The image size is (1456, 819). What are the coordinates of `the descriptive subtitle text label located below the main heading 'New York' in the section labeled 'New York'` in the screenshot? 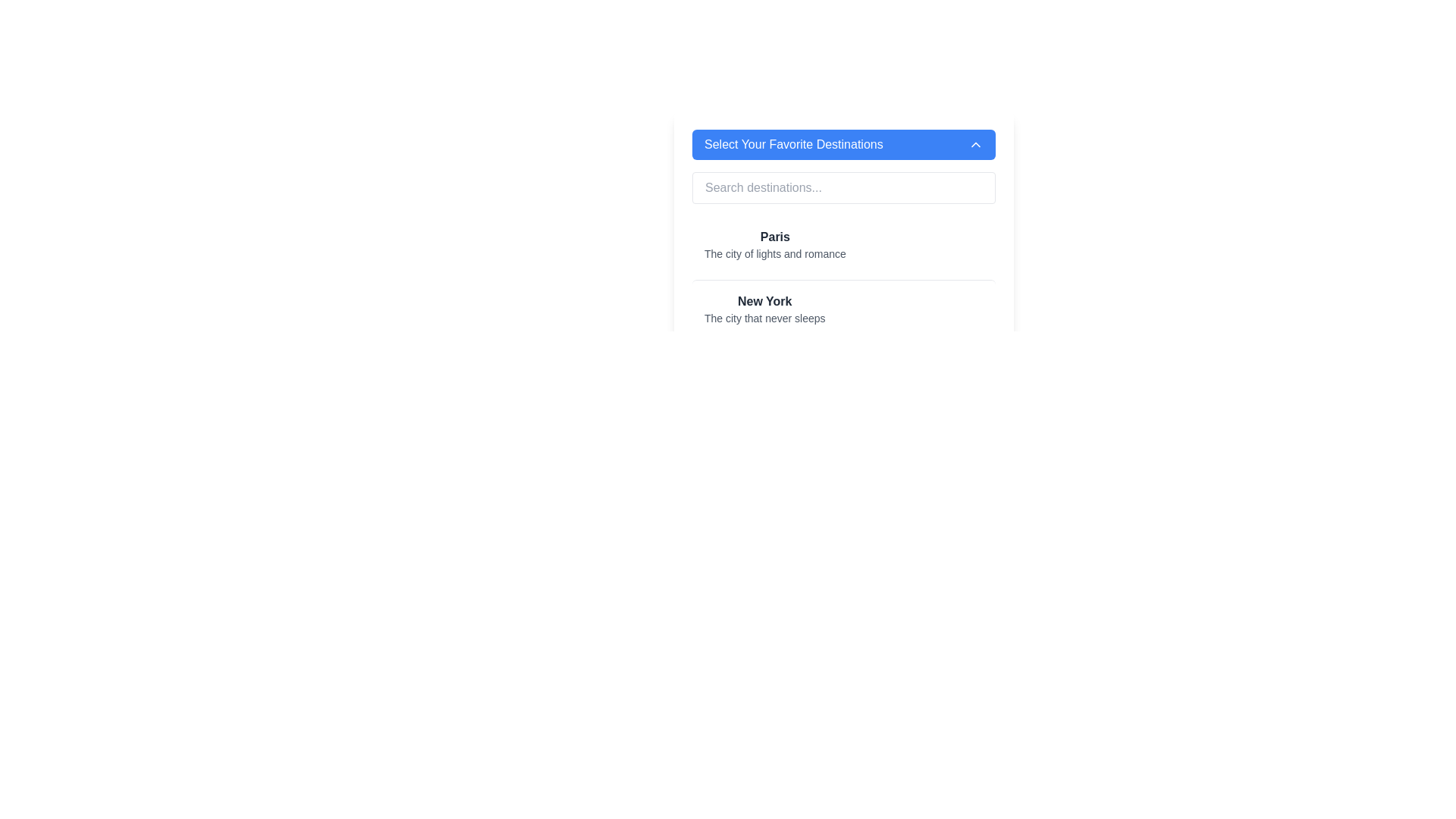 It's located at (764, 318).